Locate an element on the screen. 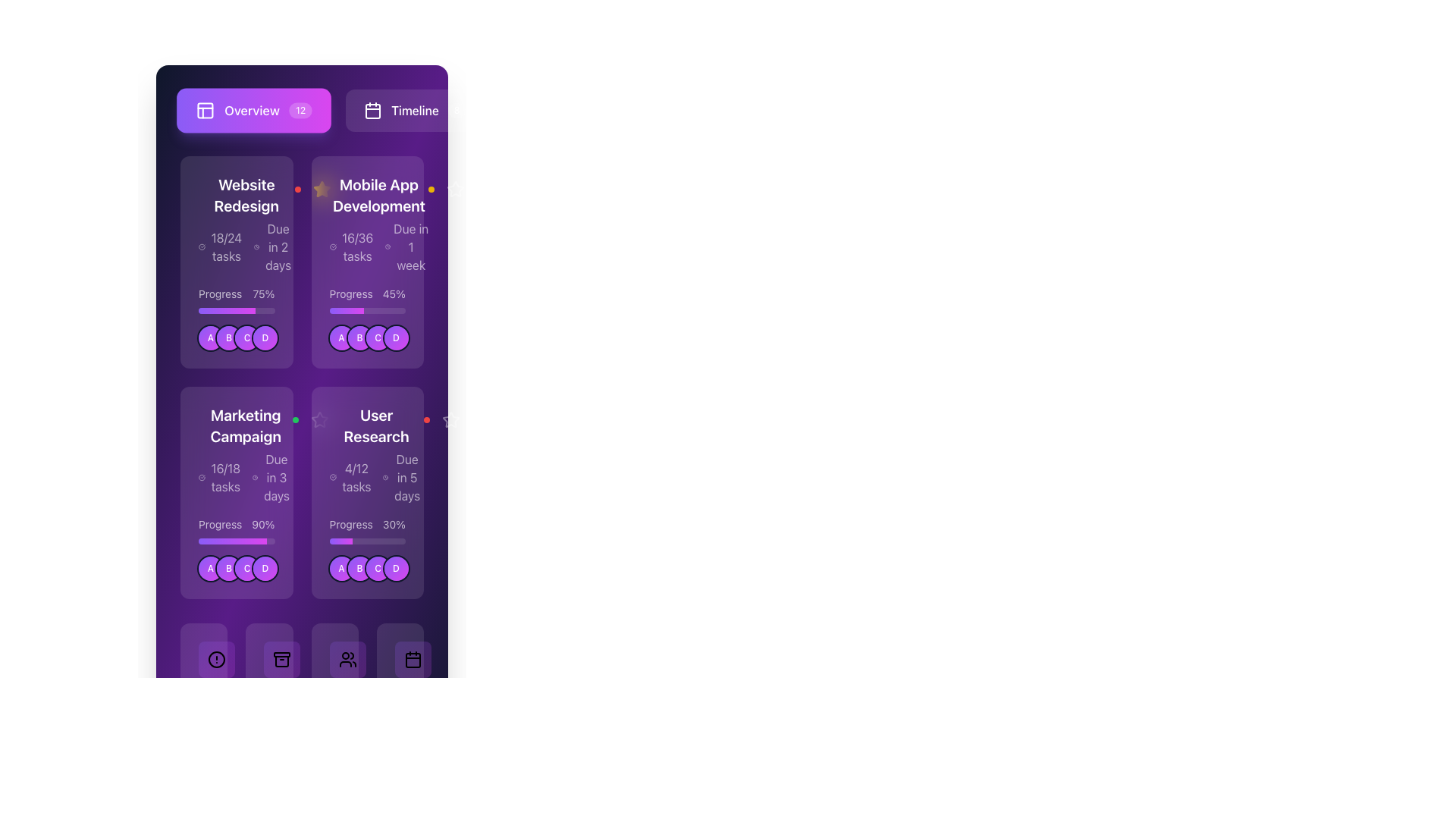 The height and width of the screenshot is (819, 1456). the Icon button located in the bottom navigation bar, which is centrally positioned among the other navigation buttons is located at coordinates (269, 659).